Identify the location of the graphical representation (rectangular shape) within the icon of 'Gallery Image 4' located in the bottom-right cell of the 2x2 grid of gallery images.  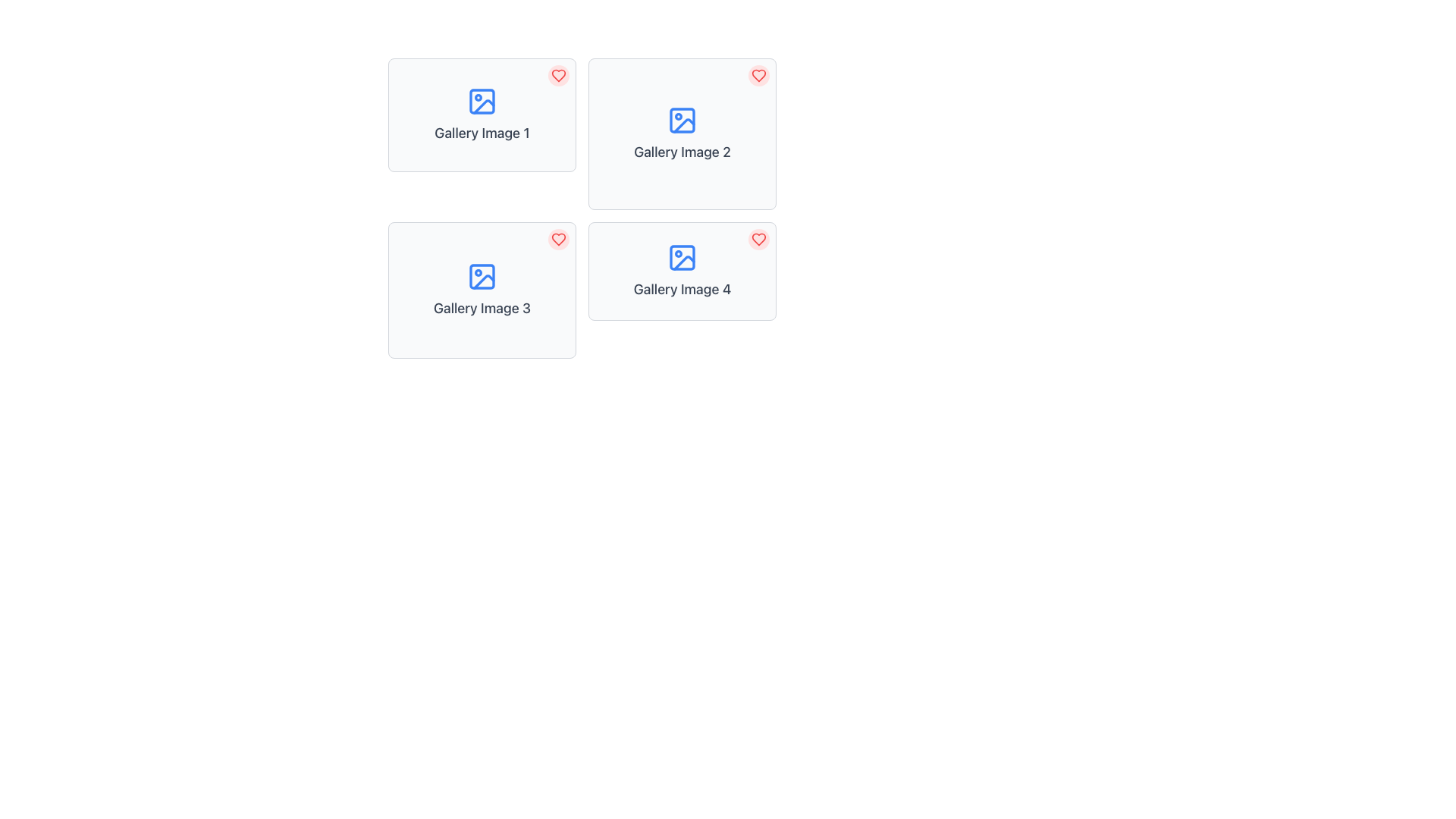
(682, 256).